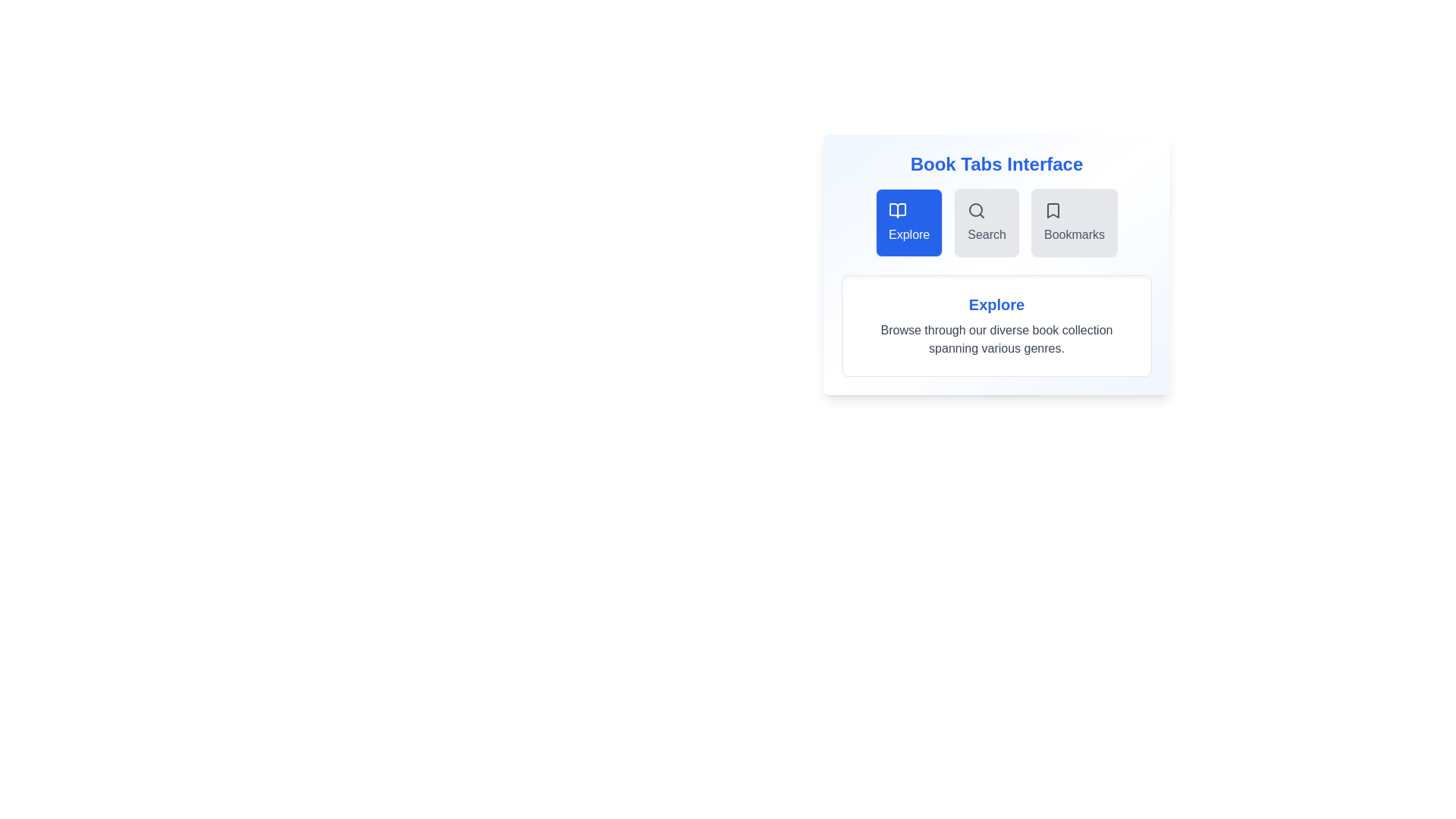 The width and height of the screenshot is (1456, 819). What do you see at coordinates (909, 222) in the screenshot?
I see `the Explore tab to trigger its hover effect` at bounding box center [909, 222].